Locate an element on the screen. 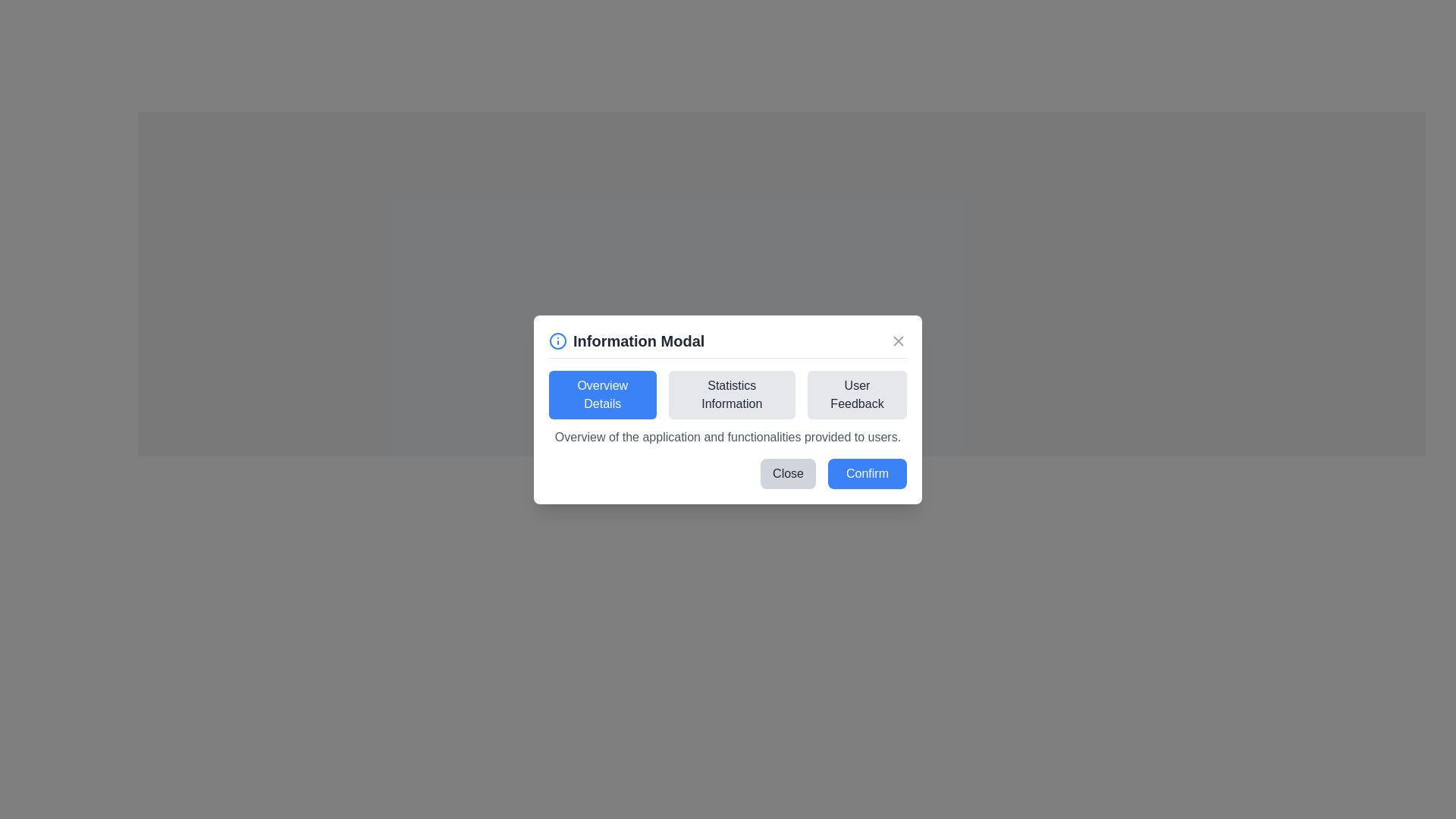 The image size is (1456, 819). text 'Information Modal' which is styled in bold dark-gray font and located at the top-left corner of the modal dialog box, next to a blue circular info icon is located at coordinates (626, 340).